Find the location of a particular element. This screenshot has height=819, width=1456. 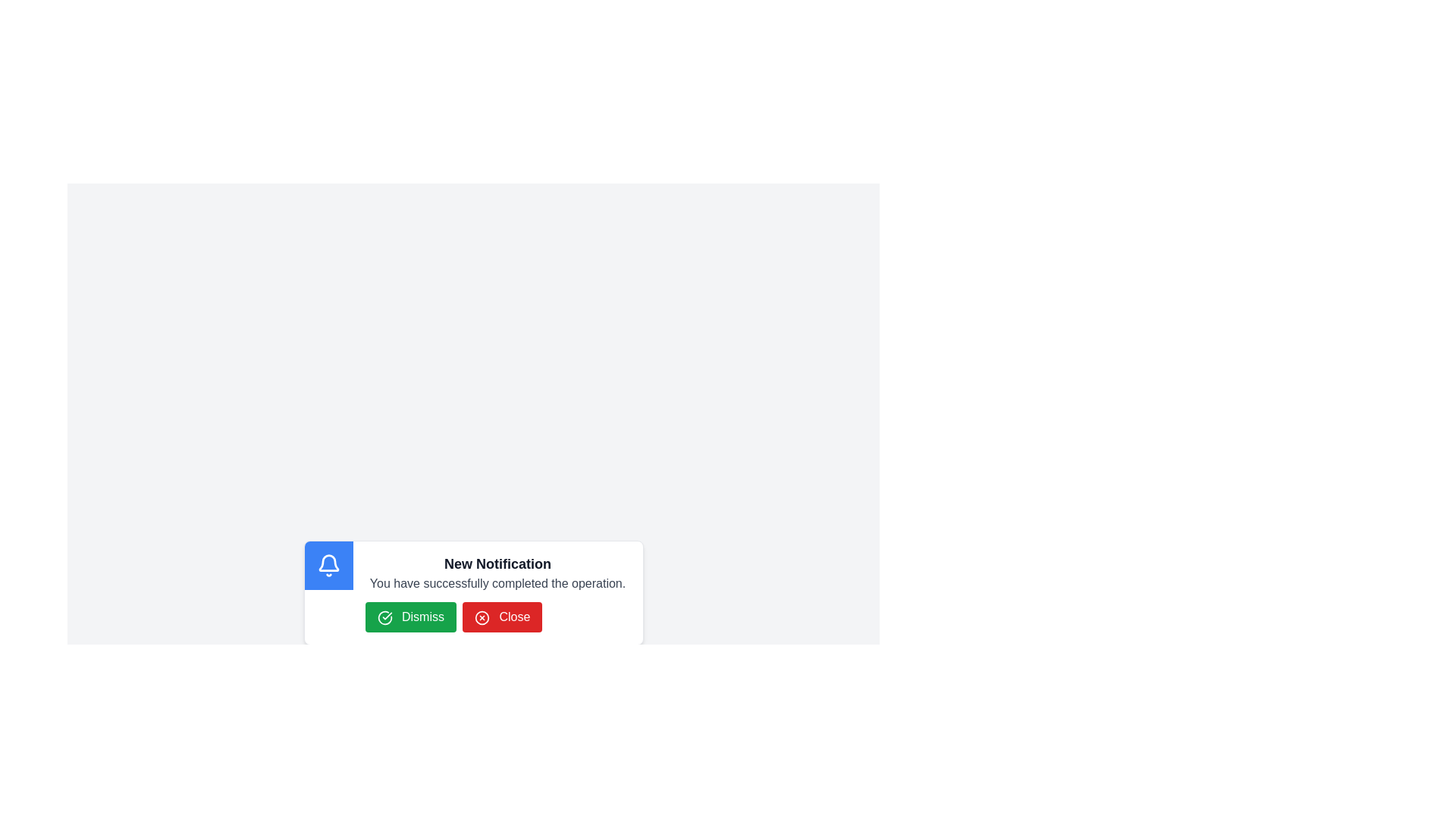

'New Notification' text label which is bold and large, located above the message text and buttons in the notification card is located at coordinates (497, 564).